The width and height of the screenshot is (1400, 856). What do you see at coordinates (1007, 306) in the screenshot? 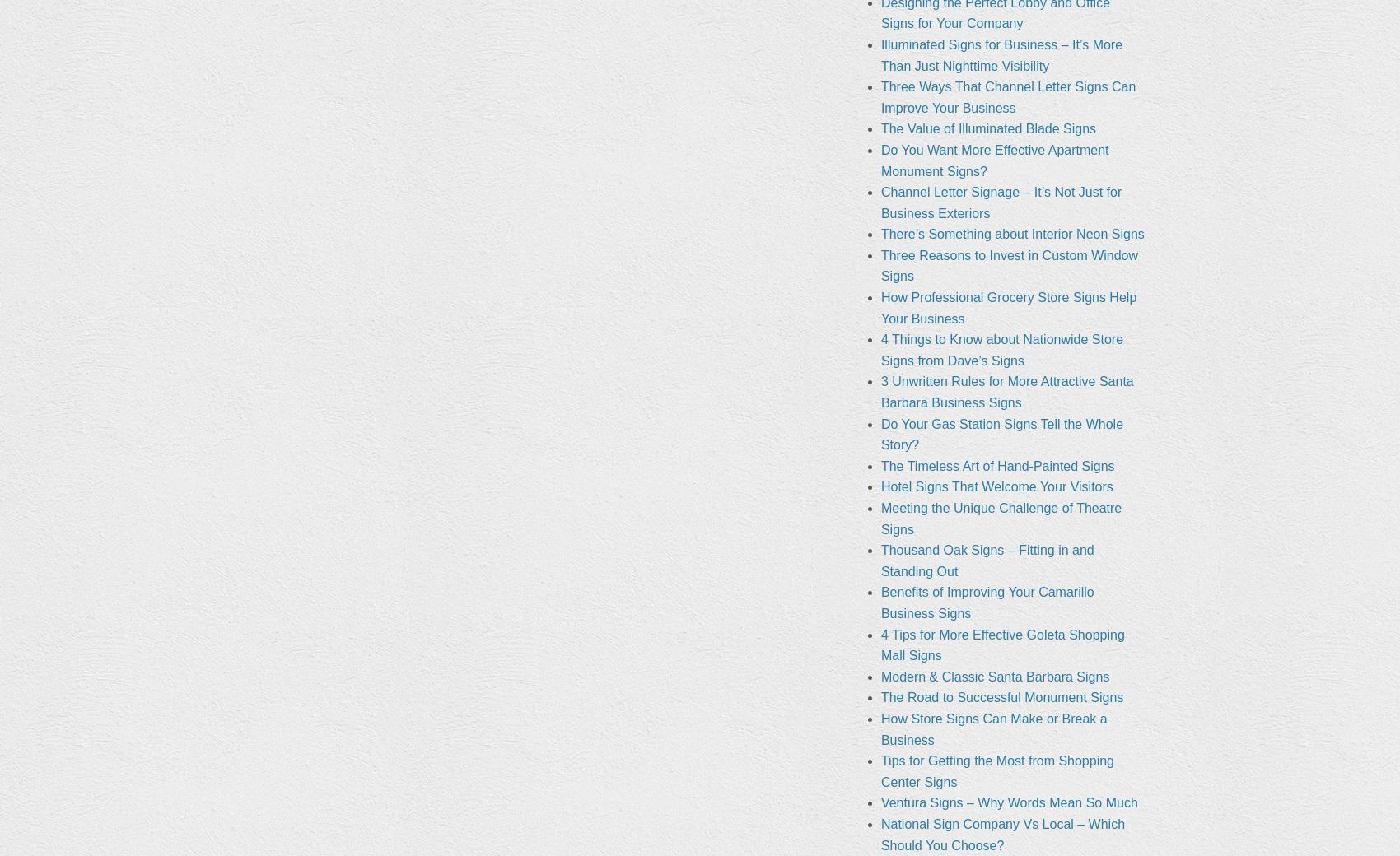
I see `'How Professional Grocery Store Signs Help Your Business'` at bounding box center [1007, 306].